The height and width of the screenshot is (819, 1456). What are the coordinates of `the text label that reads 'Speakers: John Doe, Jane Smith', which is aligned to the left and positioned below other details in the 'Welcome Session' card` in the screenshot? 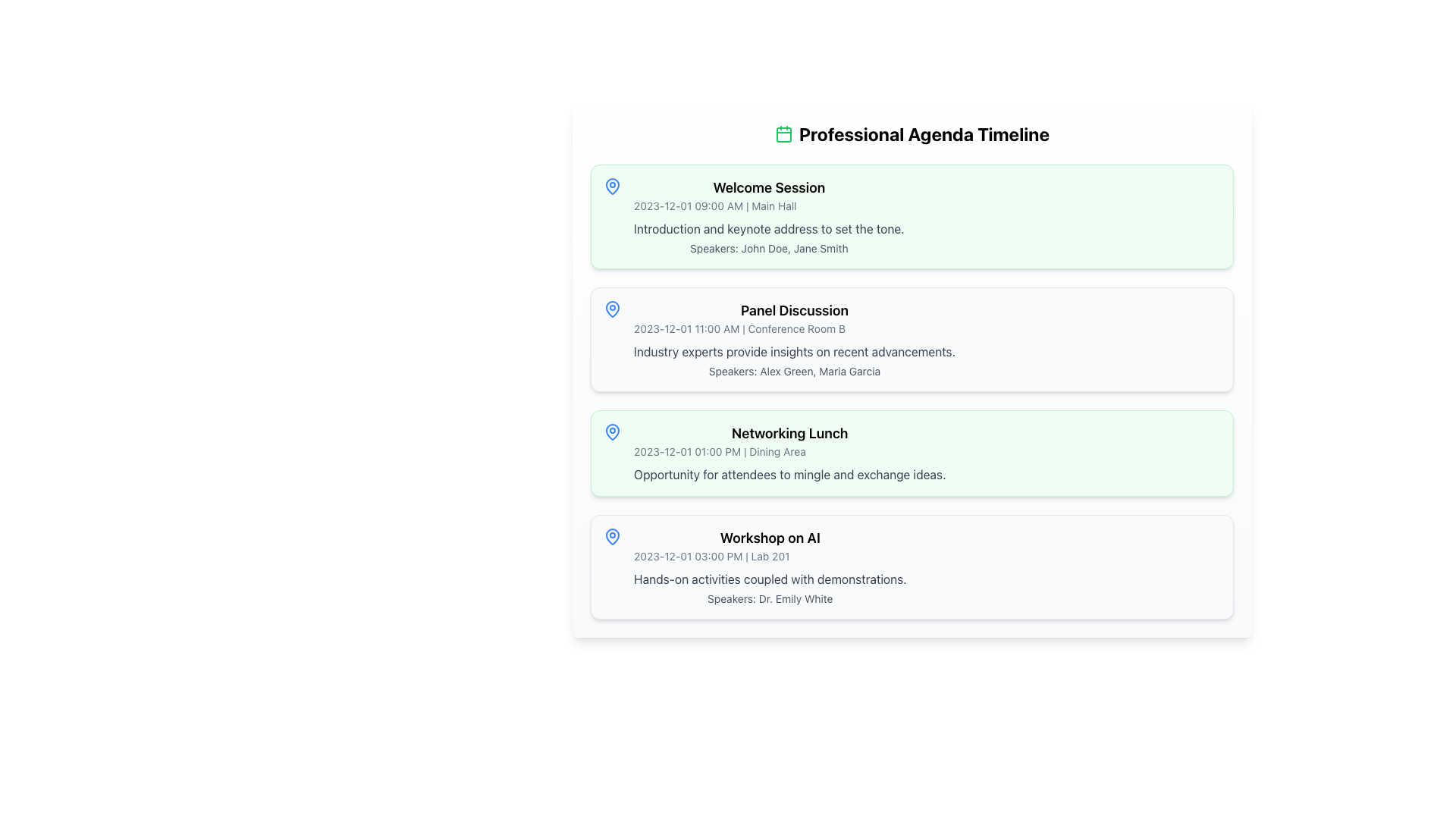 It's located at (769, 247).